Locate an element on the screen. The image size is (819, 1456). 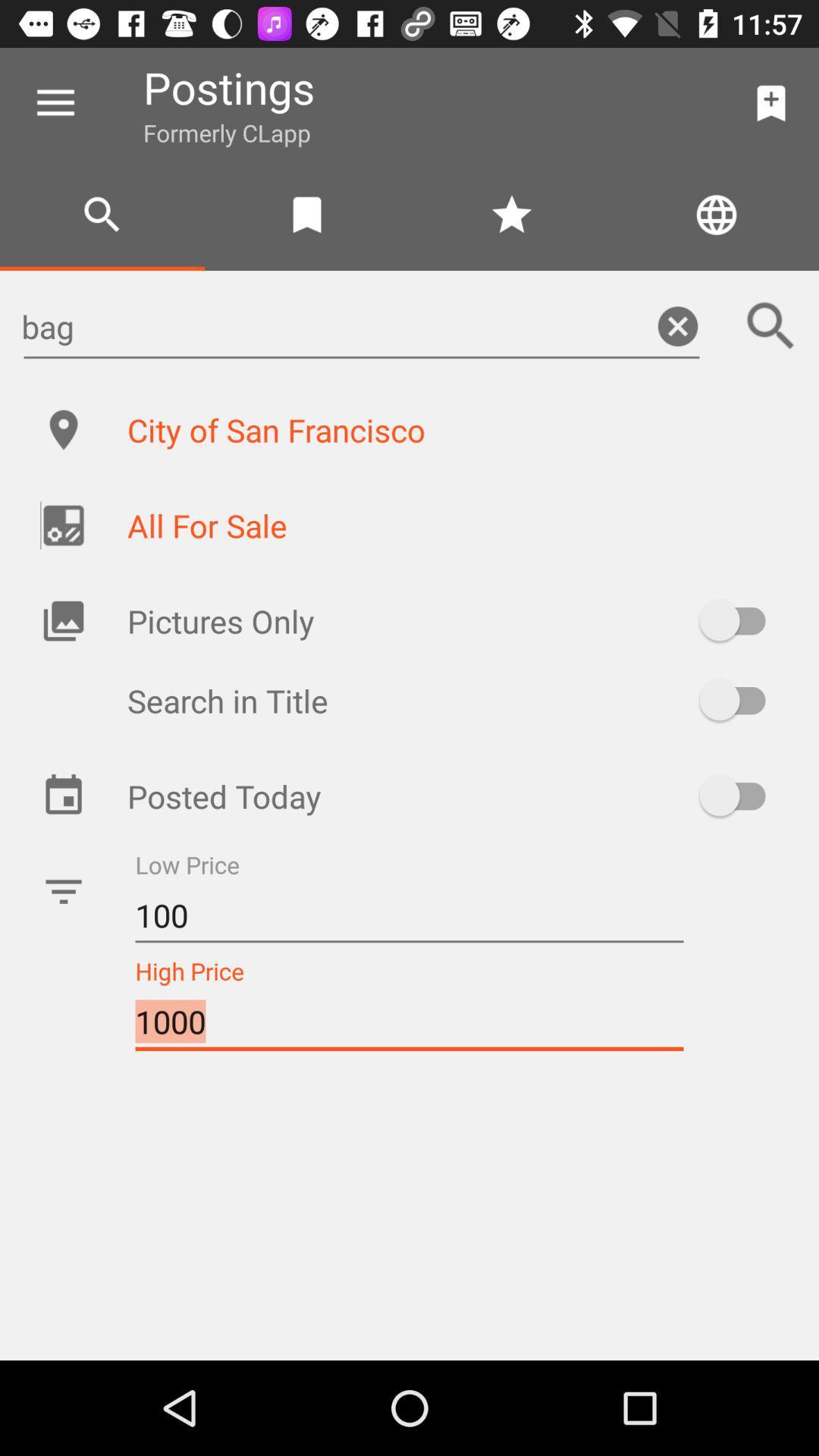
the bag is located at coordinates (362, 325).